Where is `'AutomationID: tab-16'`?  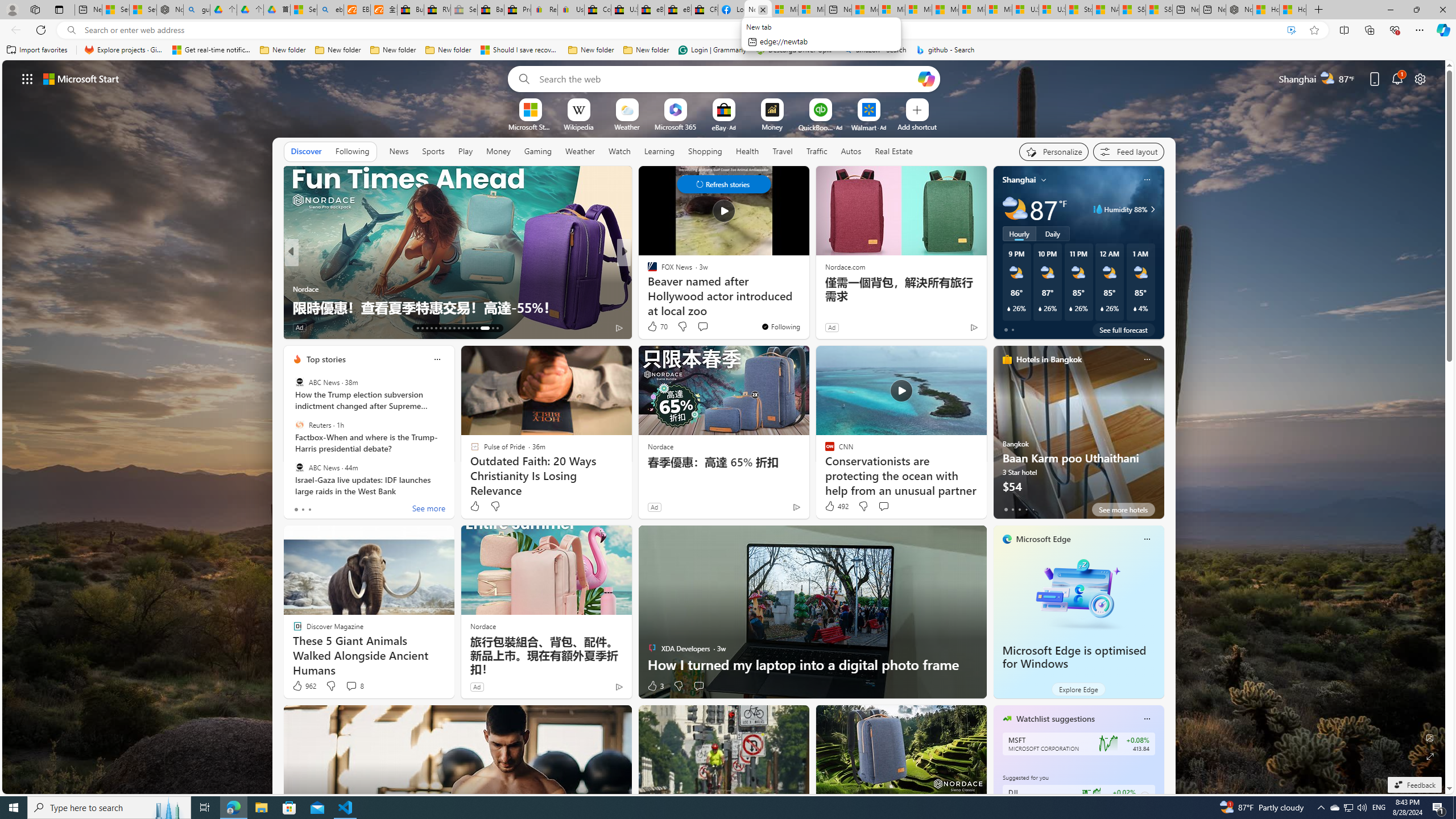 'AutomationID: tab-16' is located at coordinates (431, 328).